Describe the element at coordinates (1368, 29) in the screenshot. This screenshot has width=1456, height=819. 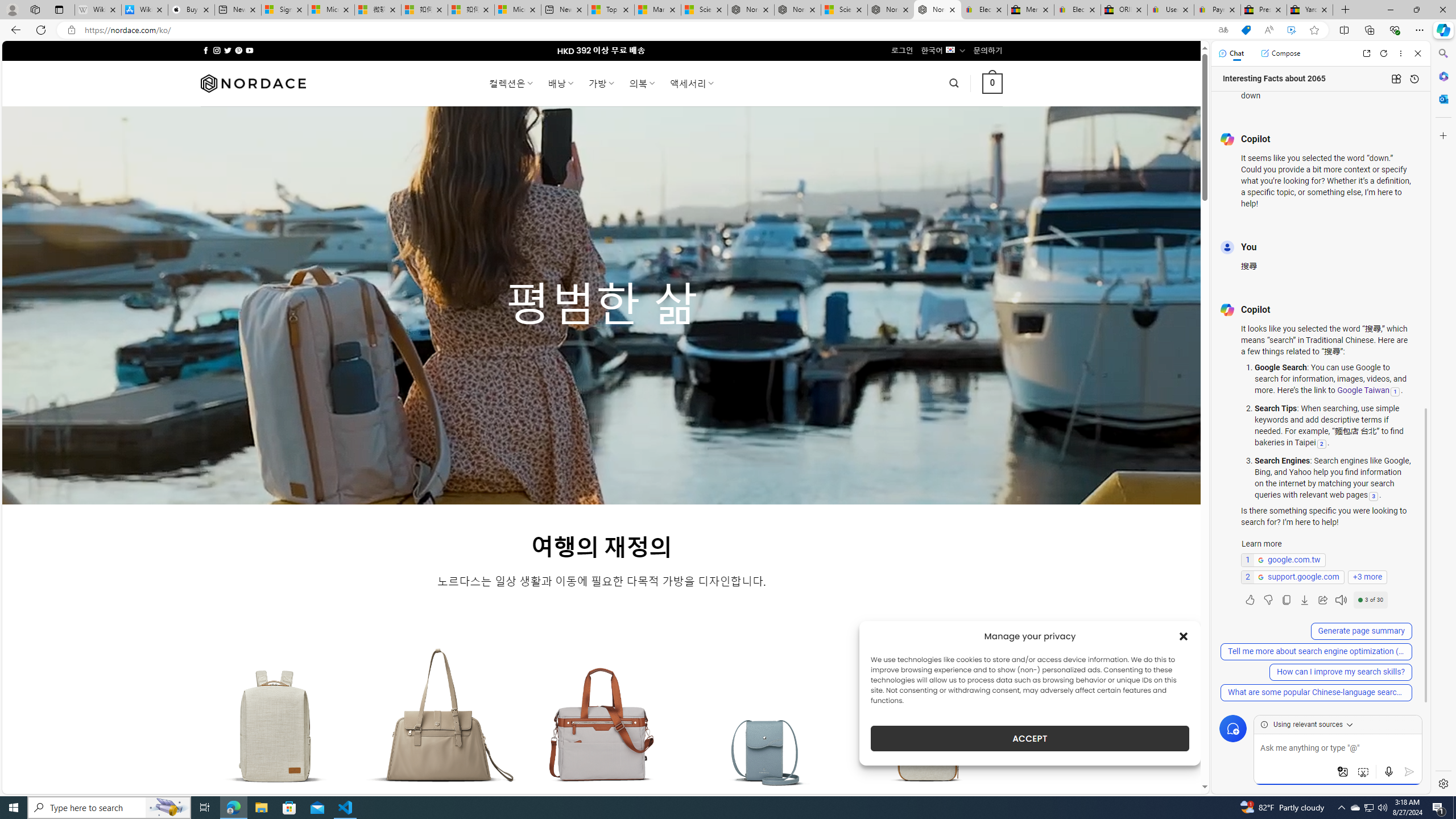
I see `'Collections'` at that location.